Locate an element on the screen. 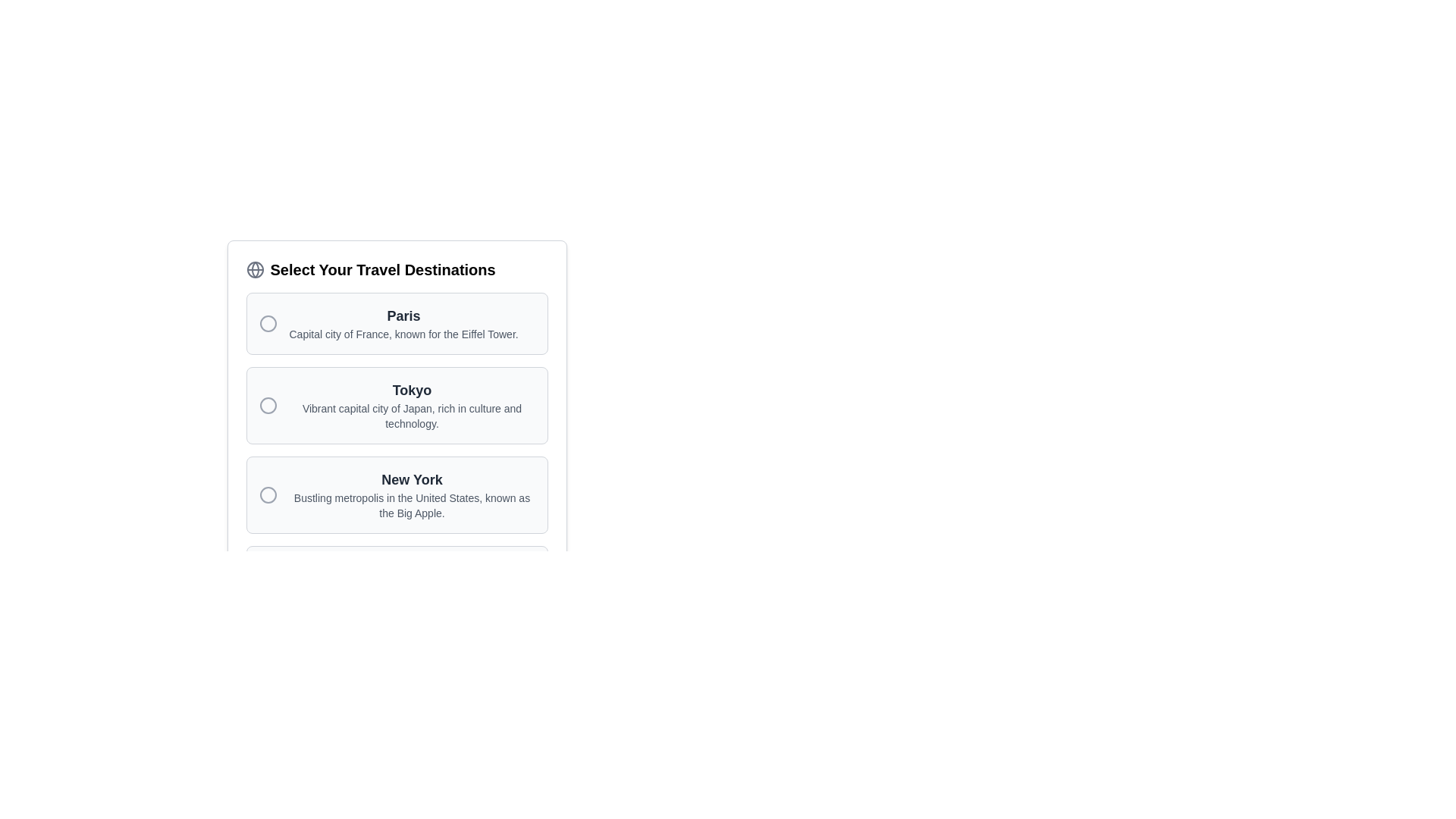 The image size is (1456, 819). the radio button is located at coordinates (268, 405).